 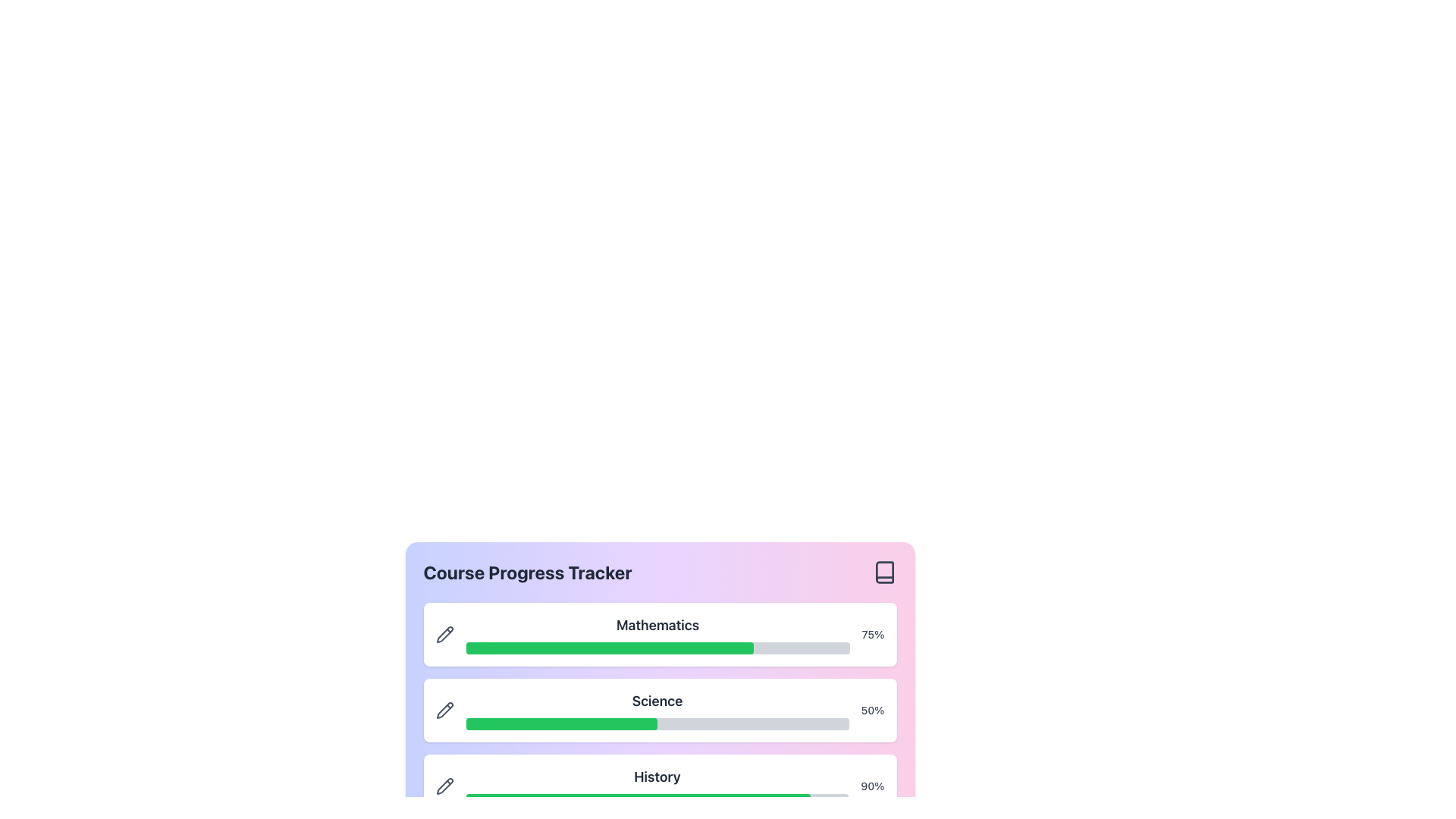 What do you see at coordinates (657, 786) in the screenshot?
I see `the 'History' title in the Progress Tracker` at bounding box center [657, 786].